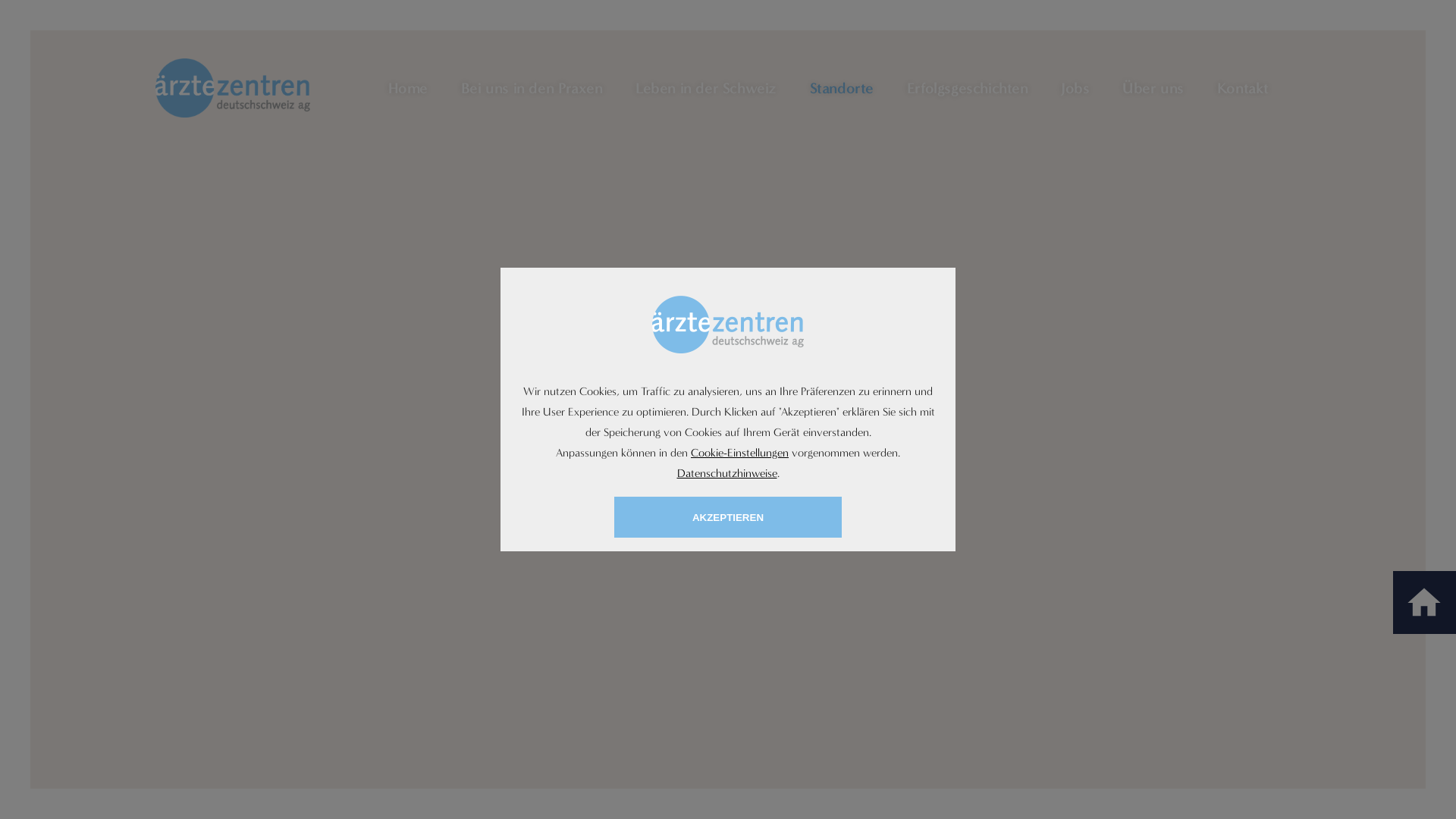 The width and height of the screenshot is (1456, 819). I want to click on 'Jobs', so click(1059, 87).